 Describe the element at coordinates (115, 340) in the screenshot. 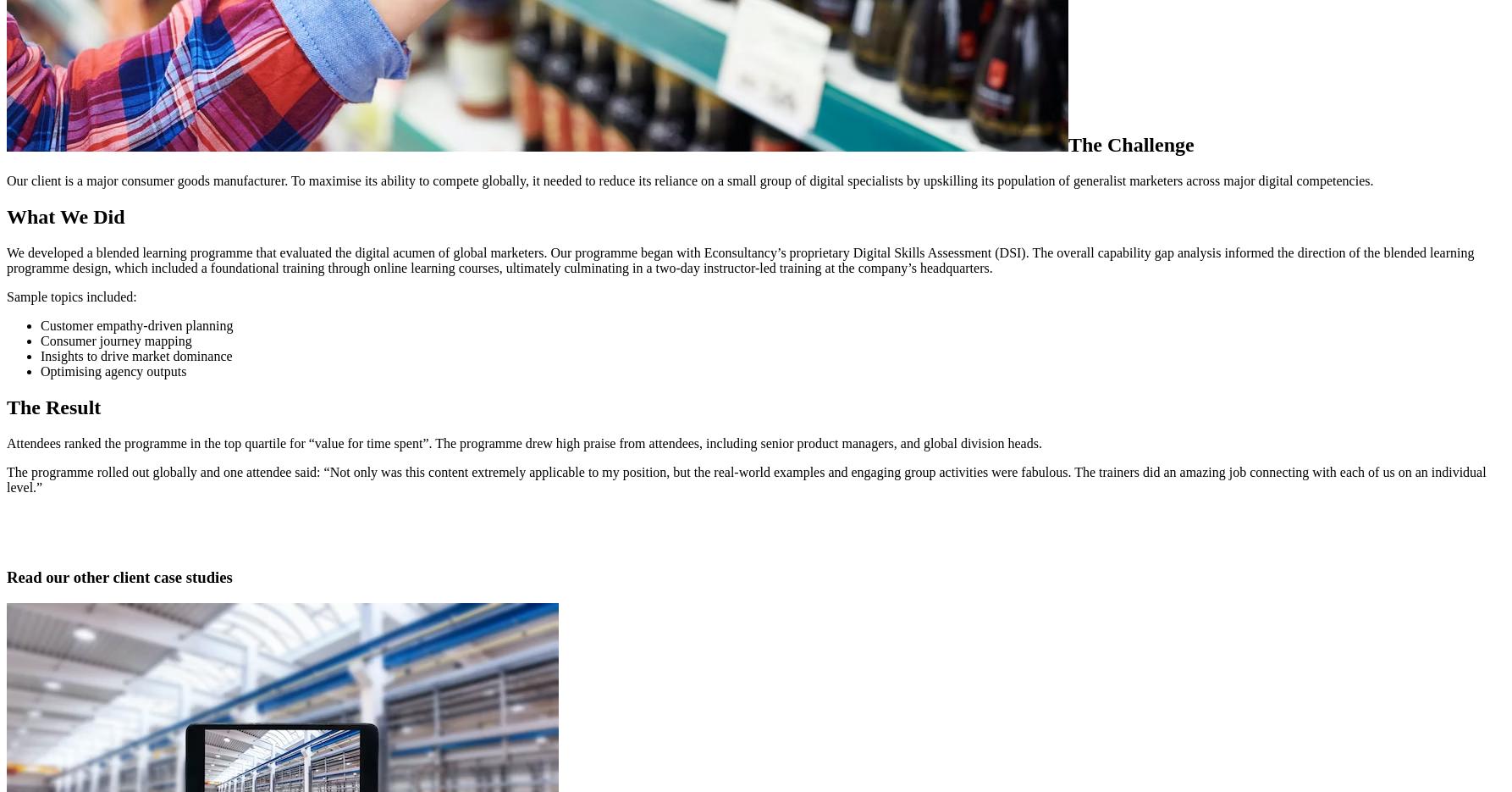

I see `'Consumer journey mapping'` at that location.